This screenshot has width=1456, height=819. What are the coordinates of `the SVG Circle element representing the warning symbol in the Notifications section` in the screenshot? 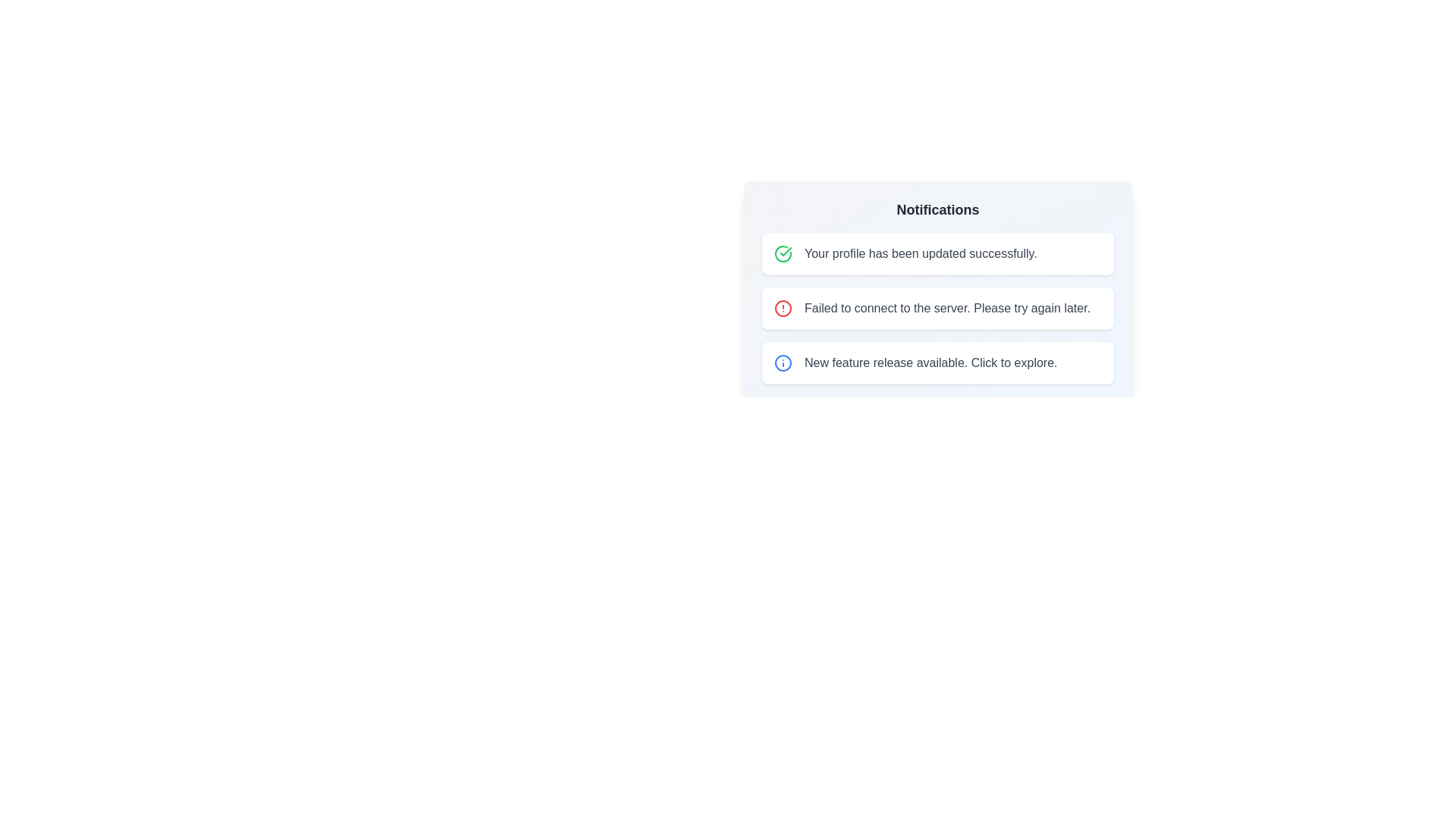 It's located at (783, 308).